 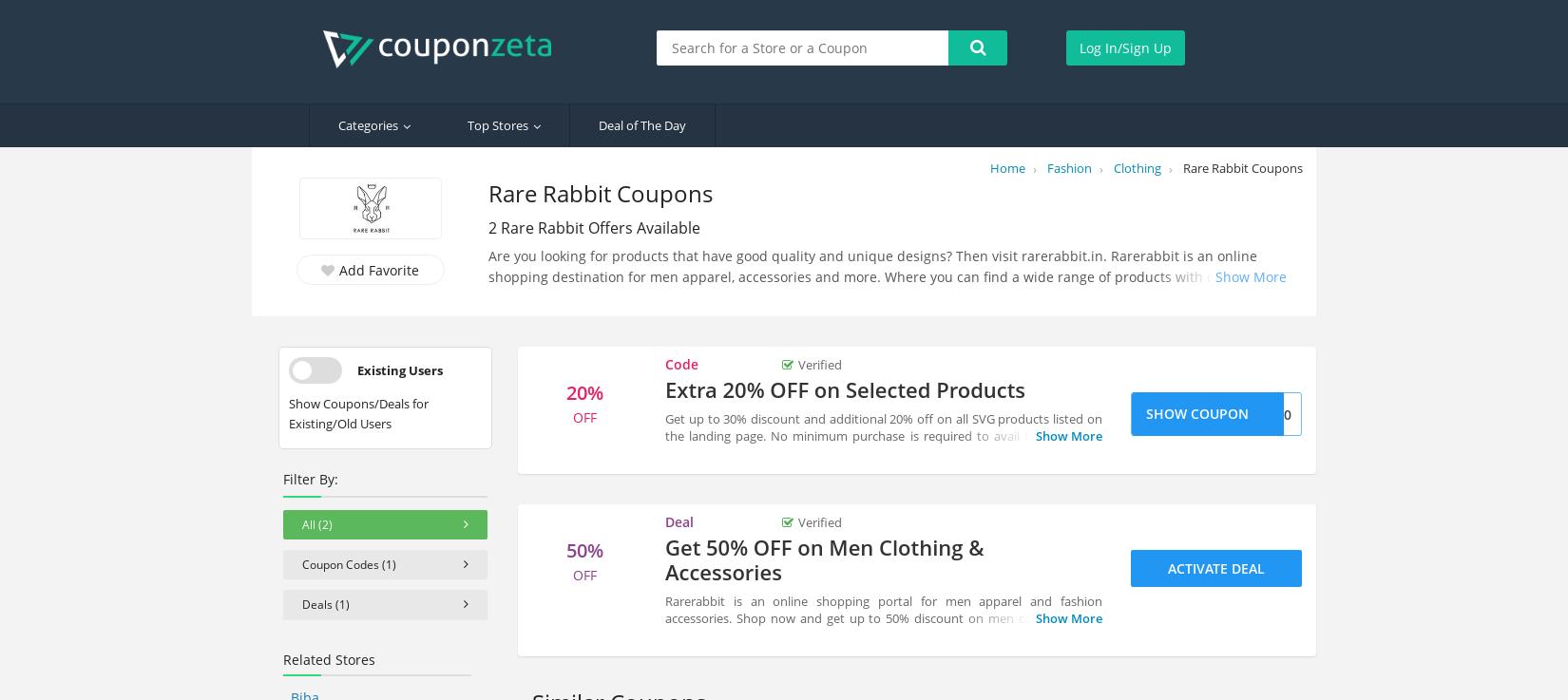 What do you see at coordinates (583, 548) in the screenshot?
I see `'50%'` at bounding box center [583, 548].